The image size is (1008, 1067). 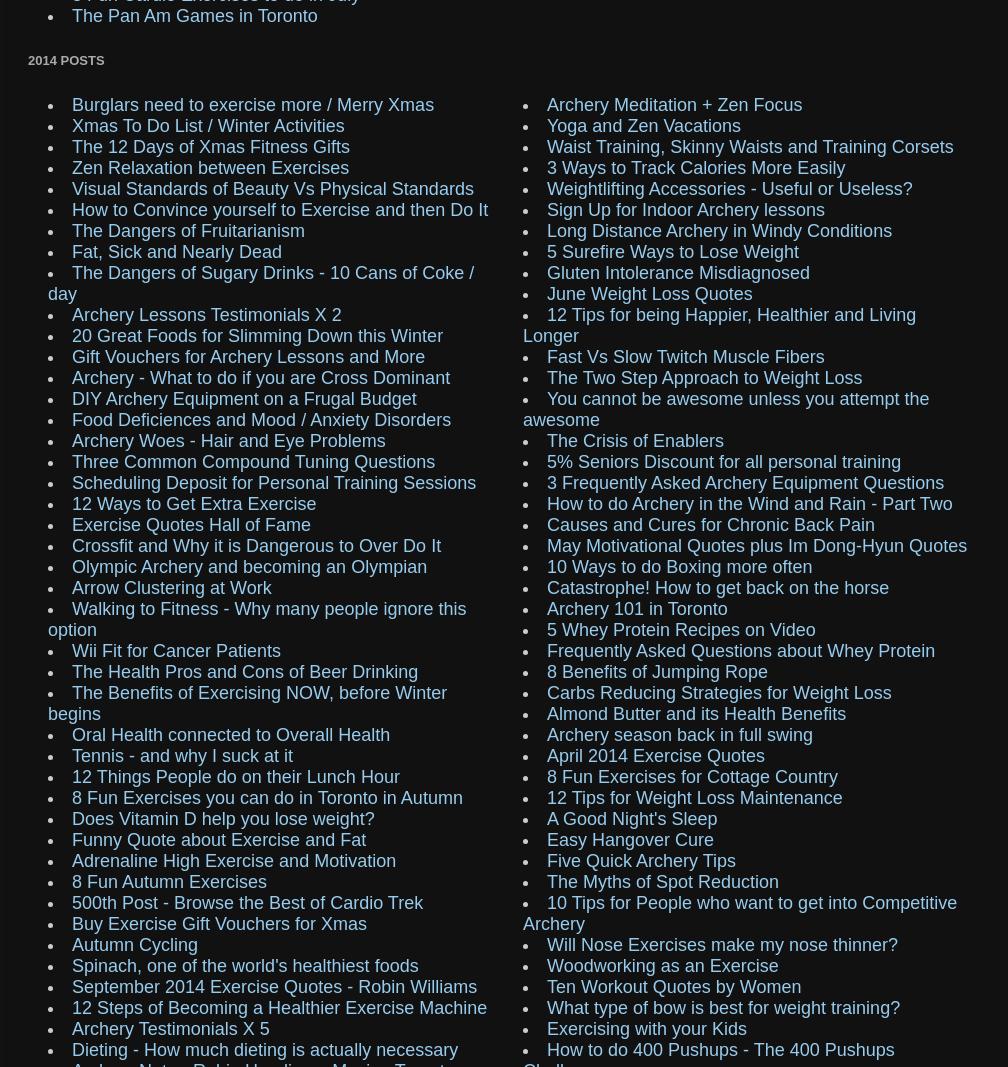 I want to click on 'The Benefits of Exercising NOW, before Winter begins', so click(x=247, y=702).